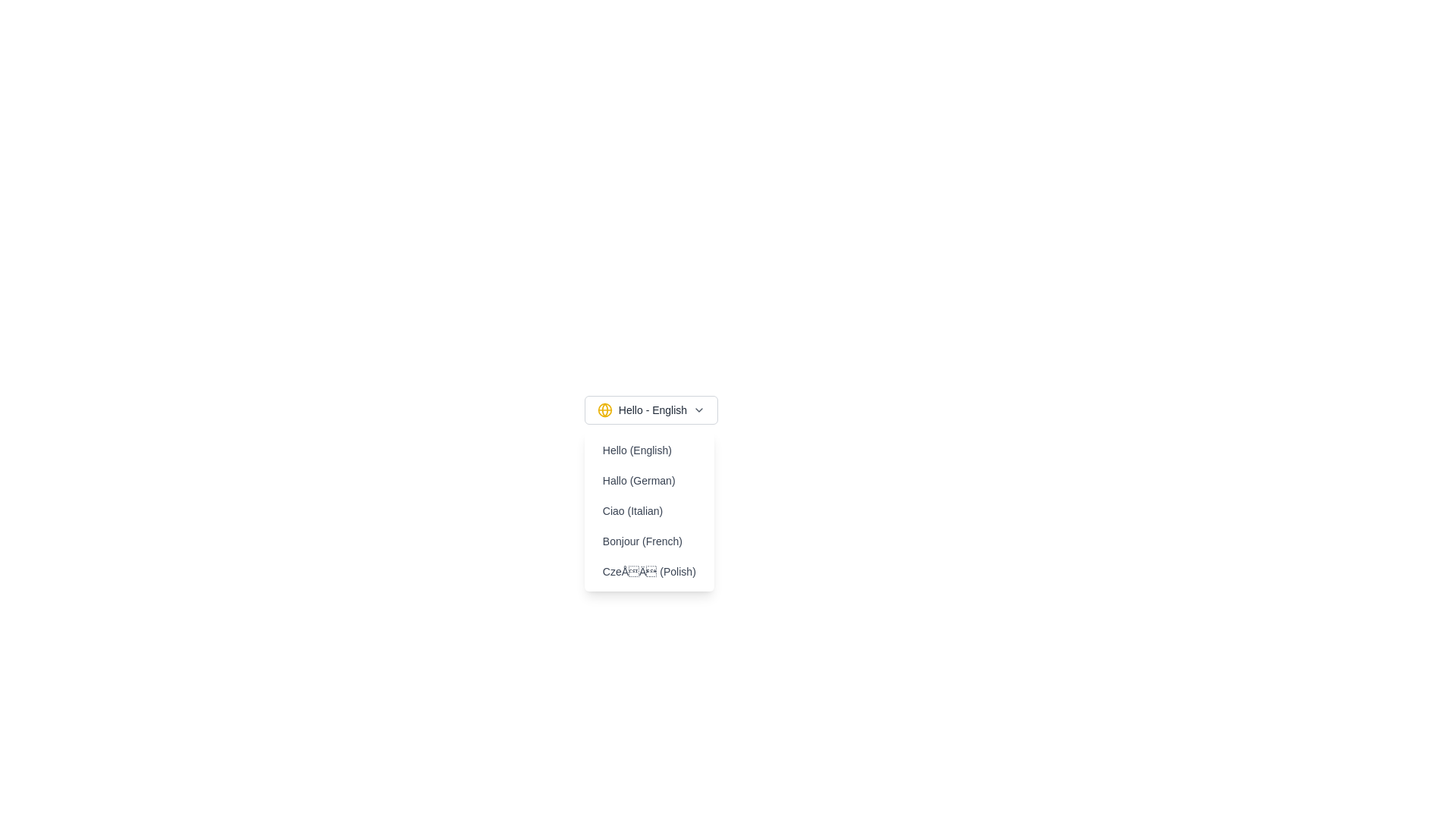 The width and height of the screenshot is (1456, 819). What do you see at coordinates (649, 450) in the screenshot?
I see `the first menu item labeled 'Hello (English)' in the dropdown menu` at bounding box center [649, 450].